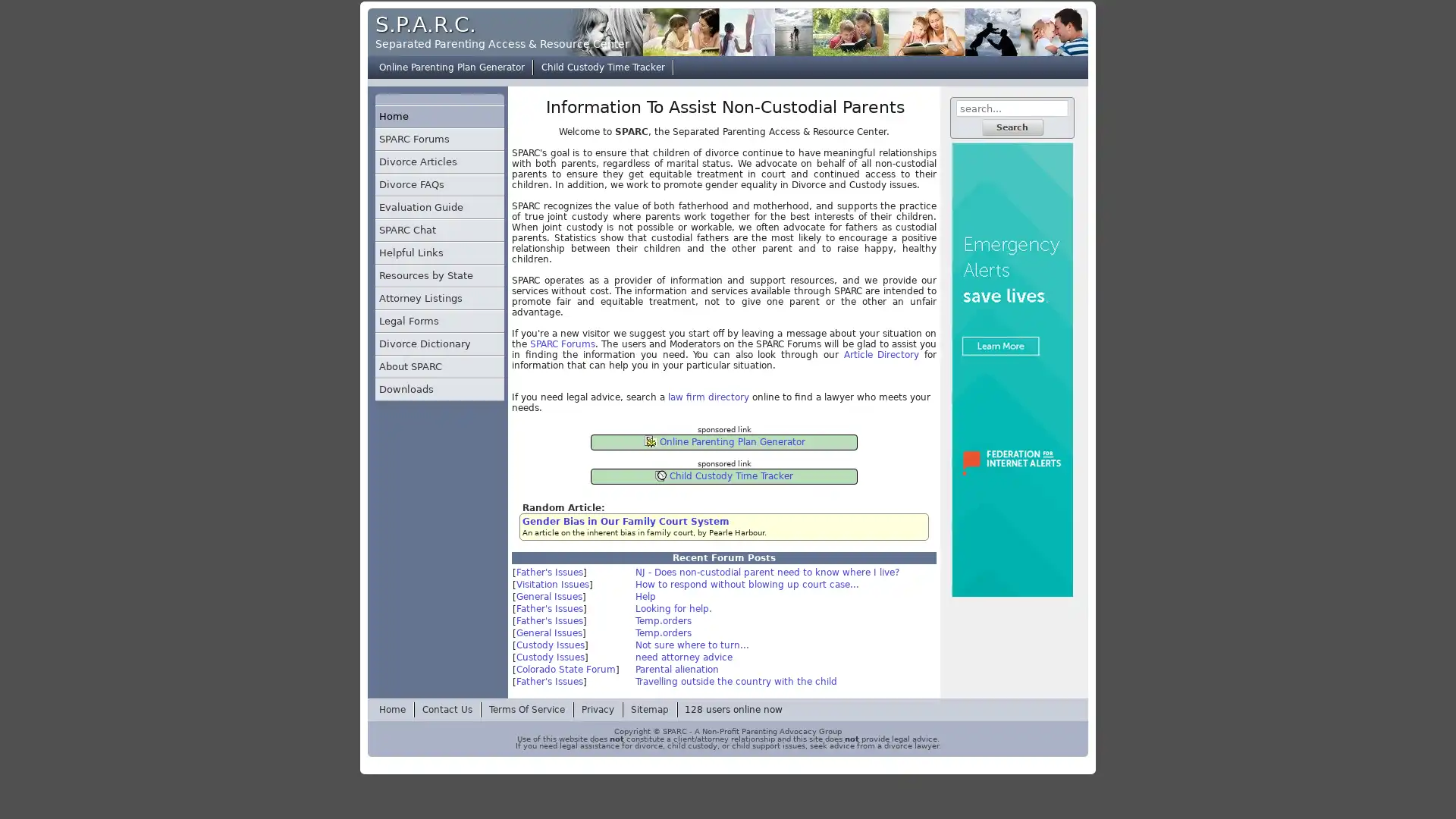 The height and width of the screenshot is (819, 1456). I want to click on Search, so click(1012, 127).